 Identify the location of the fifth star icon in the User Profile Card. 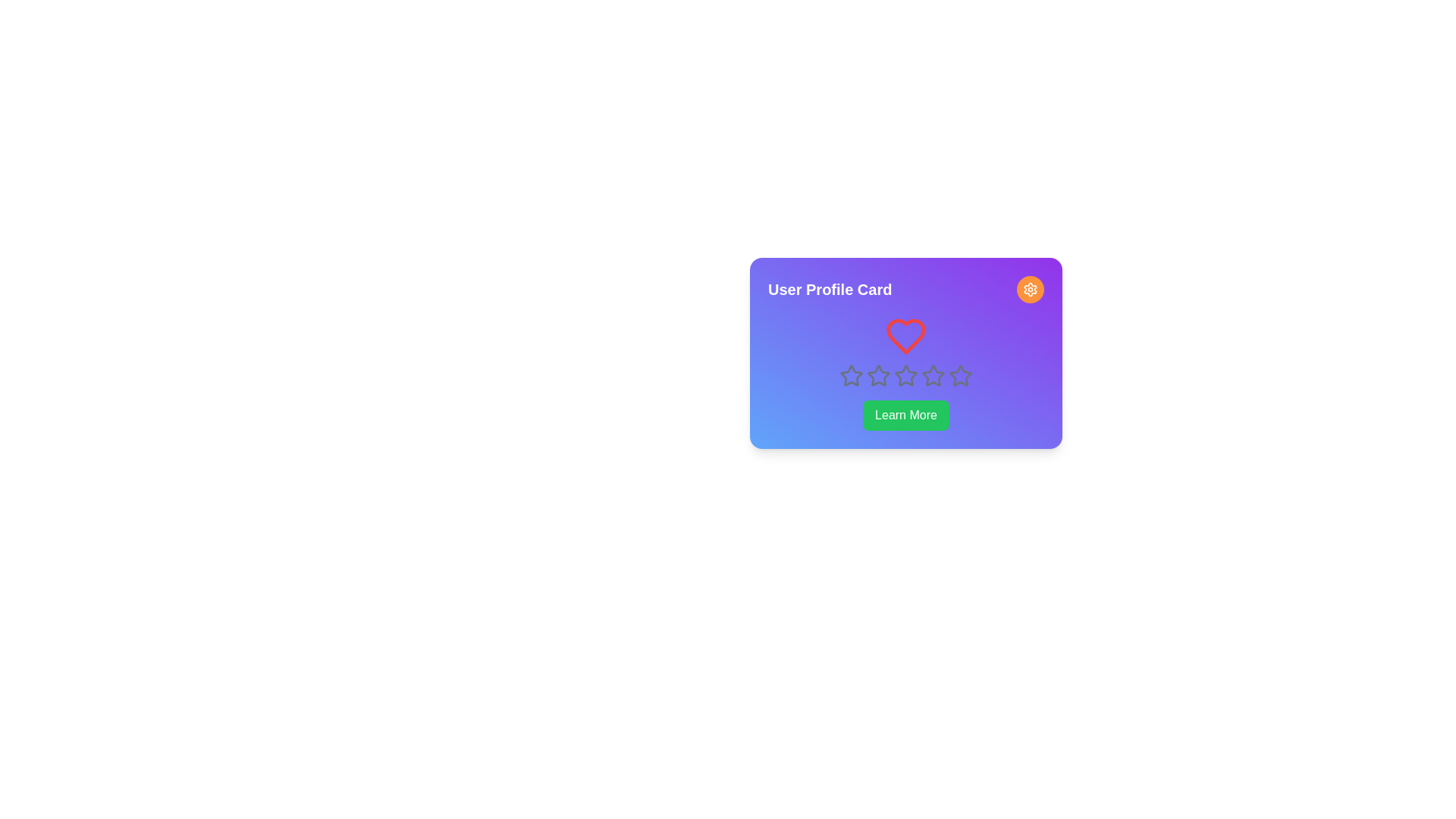
(960, 375).